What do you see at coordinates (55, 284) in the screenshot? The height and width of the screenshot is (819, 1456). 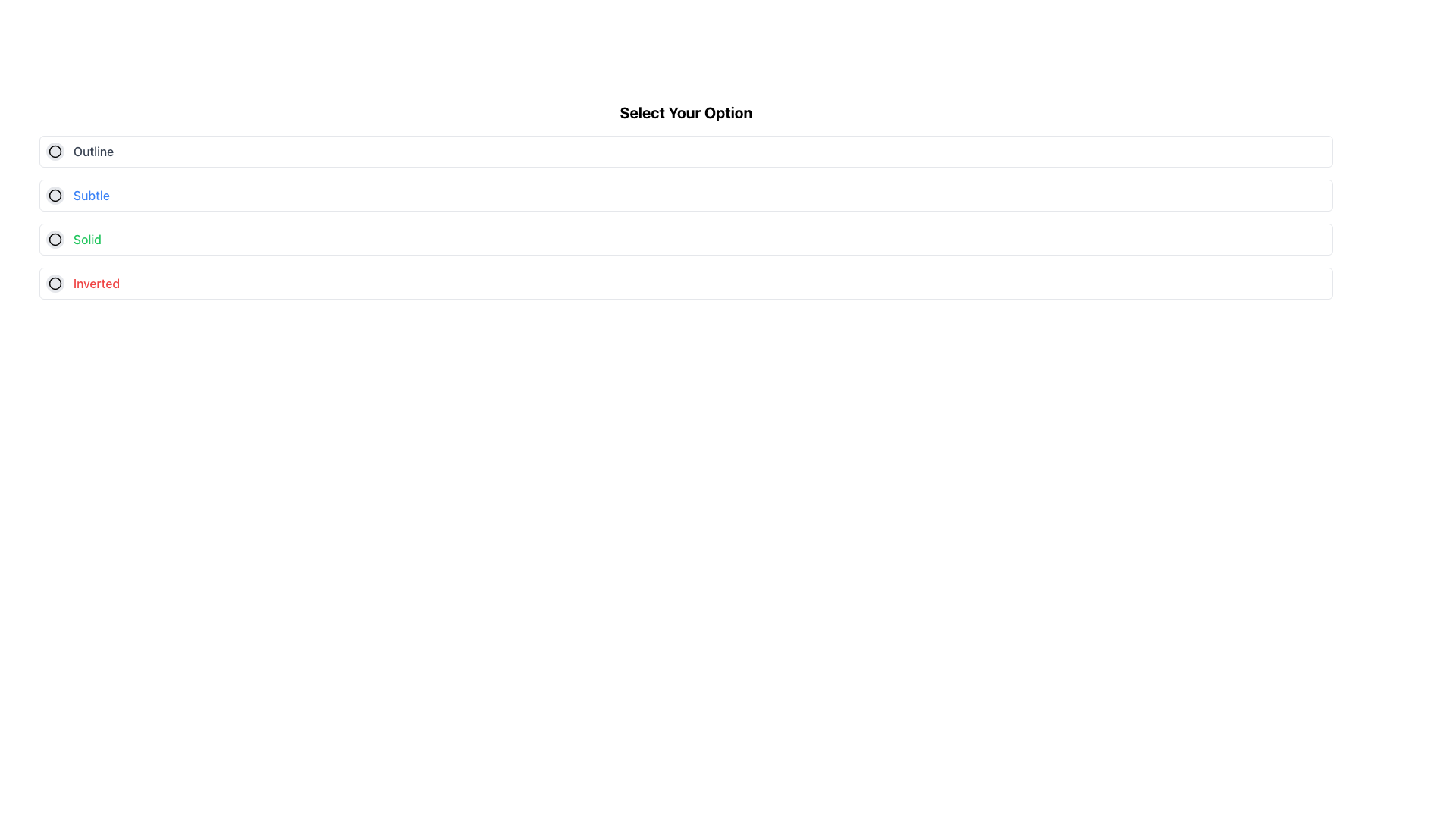 I see `the radio button labeled 'Inverted', which is the leftmost selectable option in the selection row` at bounding box center [55, 284].